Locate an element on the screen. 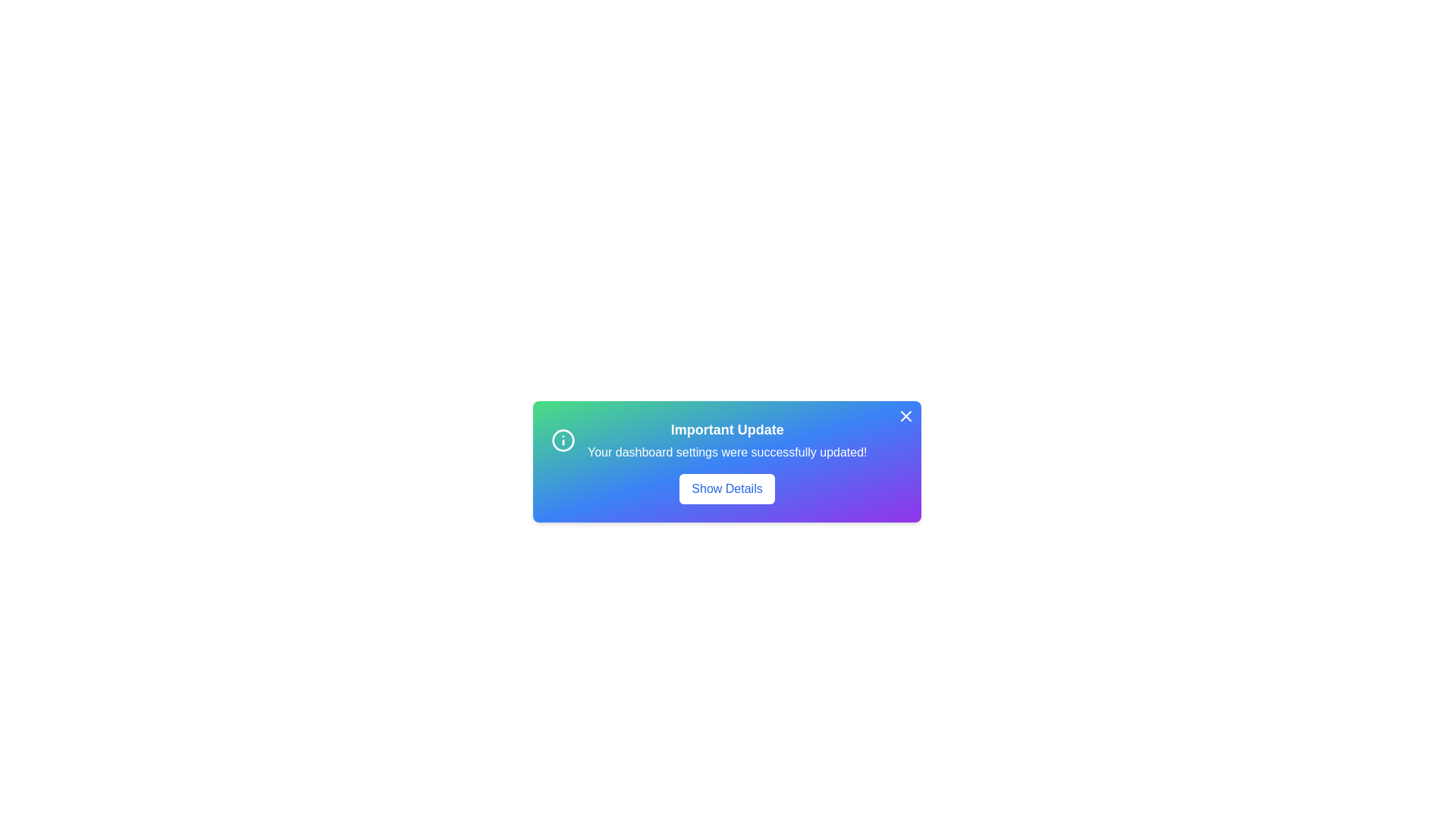 This screenshot has height=819, width=1456. the close button to hide the notification is located at coordinates (906, 416).